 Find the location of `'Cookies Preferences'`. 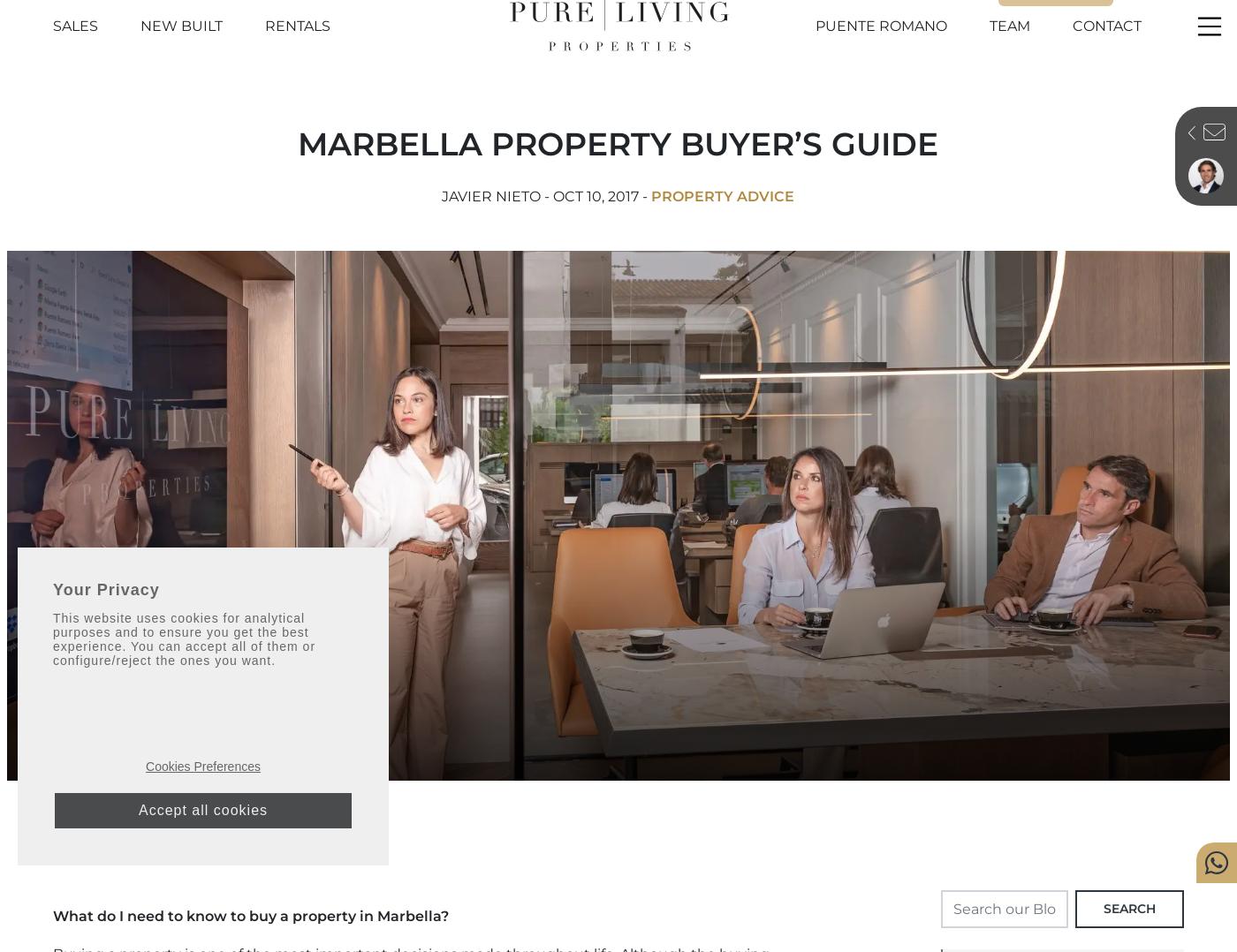

'Cookies Preferences' is located at coordinates (202, 766).